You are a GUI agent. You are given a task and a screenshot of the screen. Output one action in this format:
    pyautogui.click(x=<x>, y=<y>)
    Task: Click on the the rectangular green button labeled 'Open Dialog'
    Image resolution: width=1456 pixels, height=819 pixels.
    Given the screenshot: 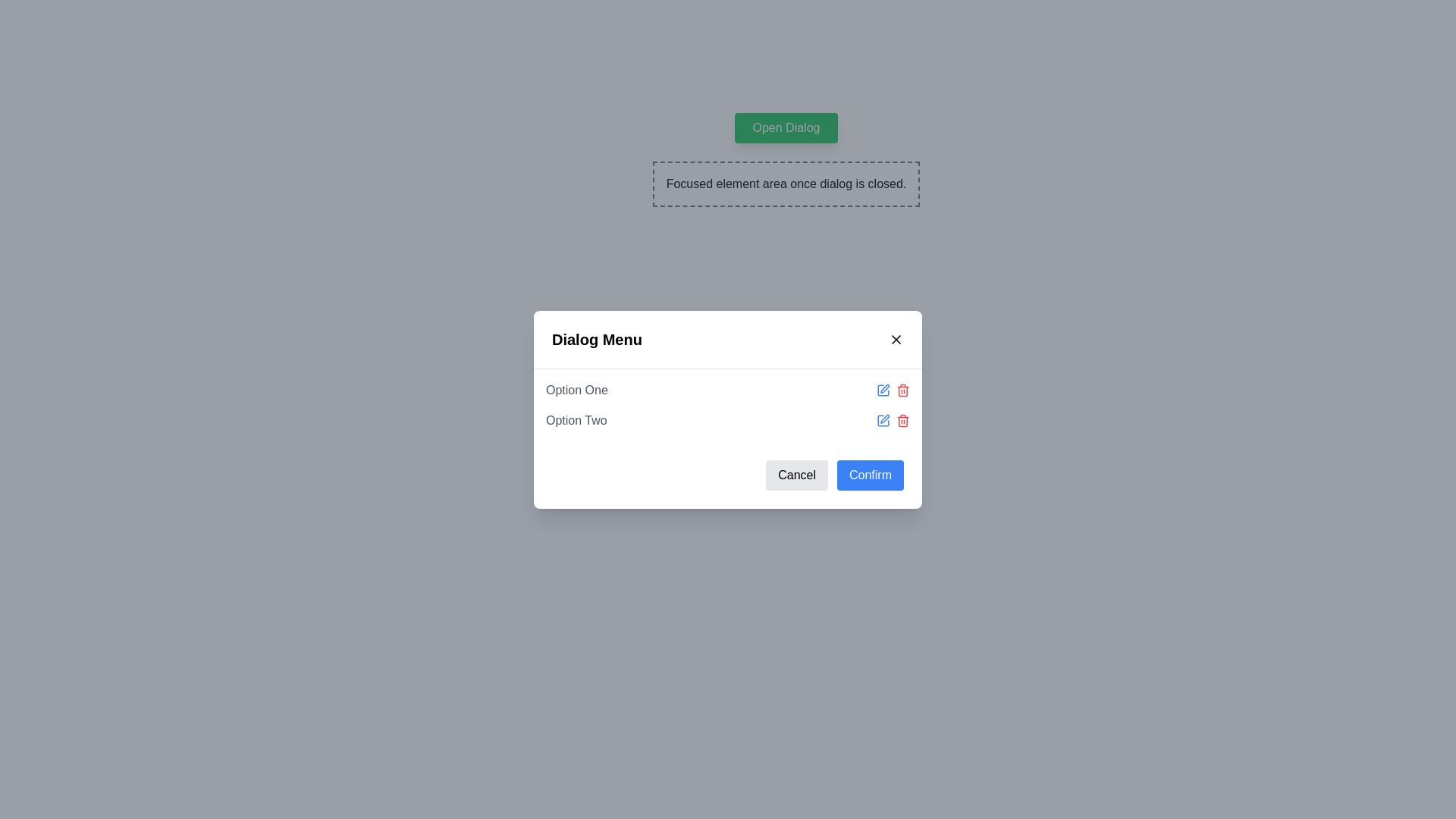 What is the action you would take?
    pyautogui.click(x=786, y=127)
    